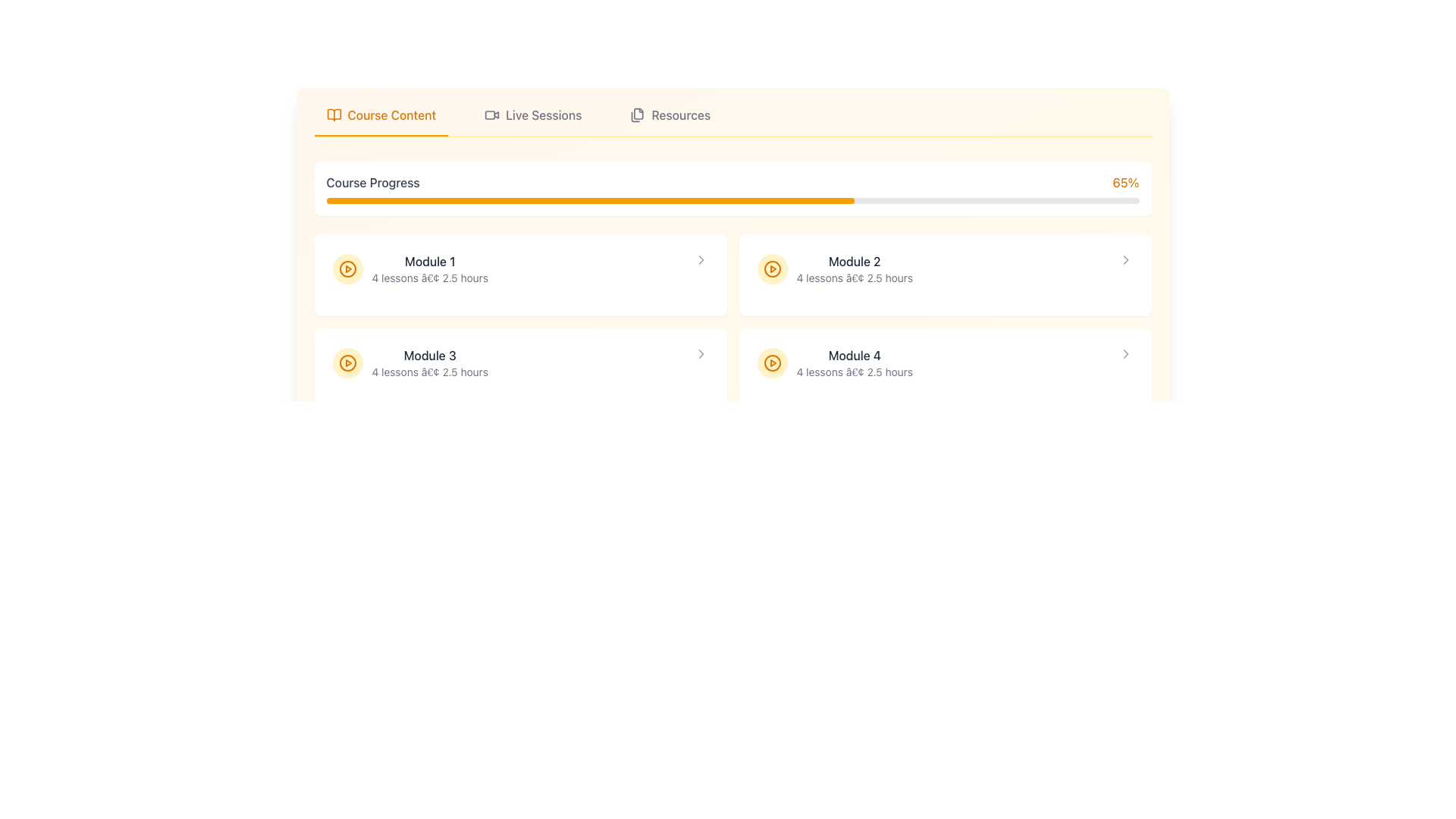 The width and height of the screenshot is (1456, 819). What do you see at coordinates (410, 268) in the screenshot?
I see `the 'Module 1' text section with a play icon` at bounding box center [410, 268].